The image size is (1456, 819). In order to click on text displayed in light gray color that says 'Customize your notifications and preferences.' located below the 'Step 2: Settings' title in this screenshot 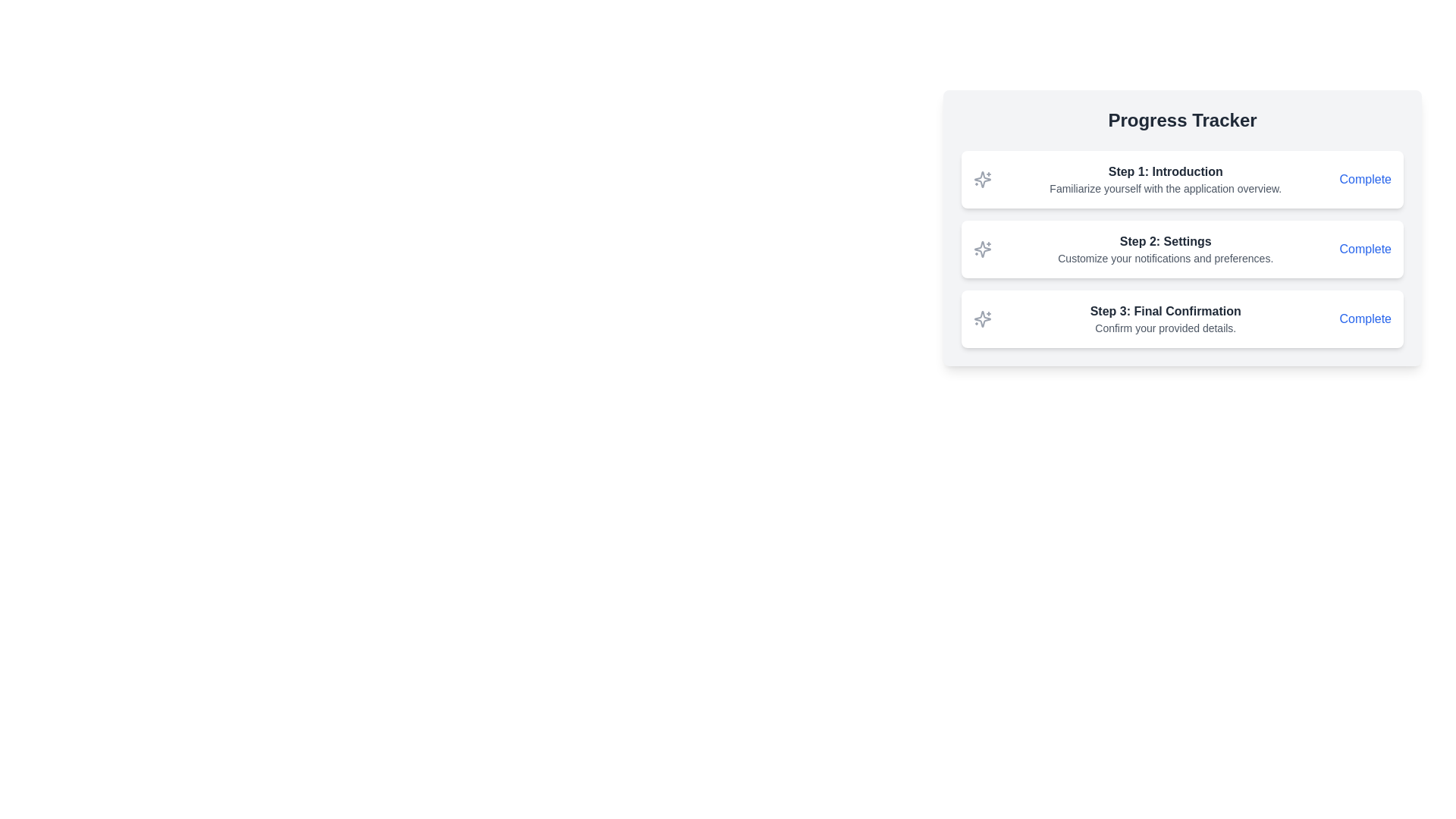, I will do `click(1165, 257)`.